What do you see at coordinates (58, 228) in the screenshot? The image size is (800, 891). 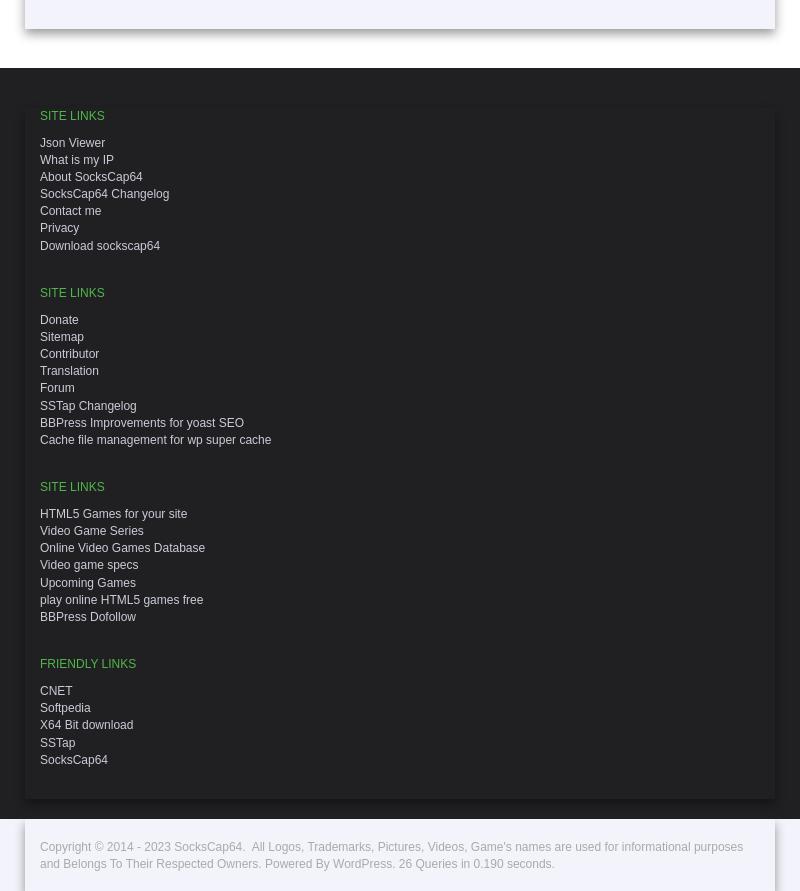 I see `'Privacy'` at bounding box center [58, 228].